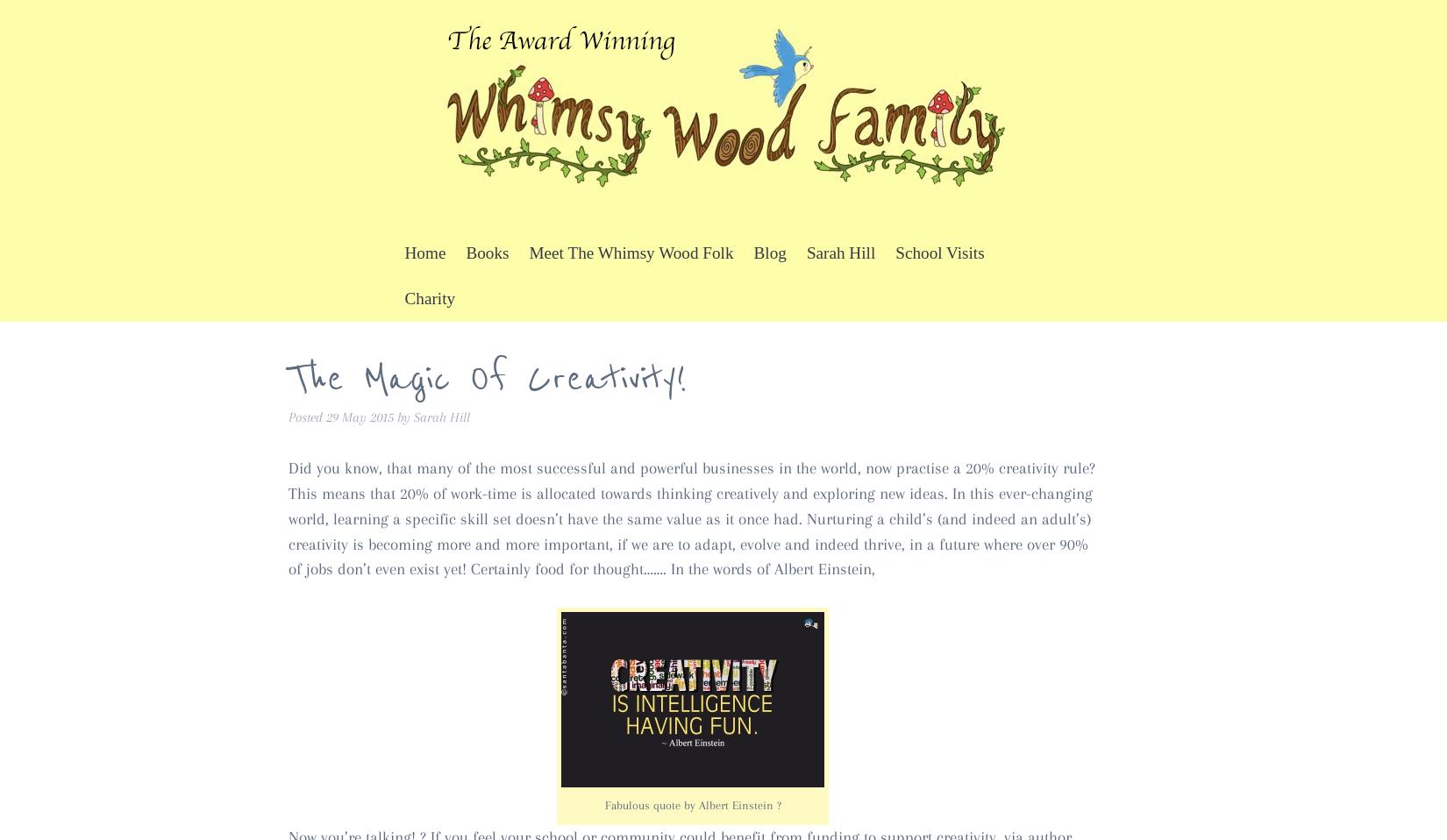 The width and height of the screenshot is (1447, 840). What do you see at coordinates (403, 296) in the screenshot?
I see `'Charity'` at bounding box center [403, 296].